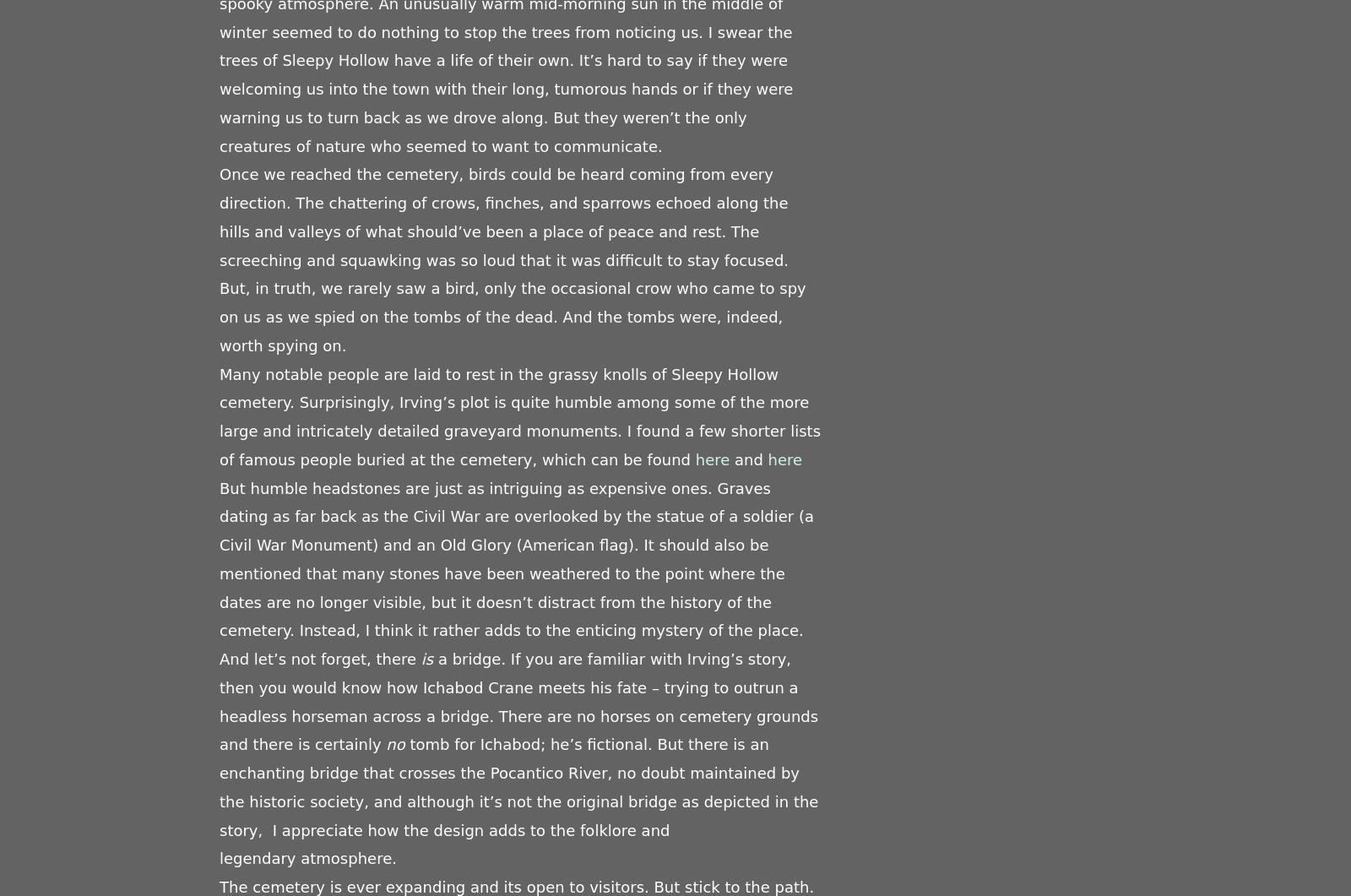 The width and height of the screenshot is (1351, 896). I want to click on 'Many notable people are laid to rest in the grassy knolls of Sleepy Hollow cemetery. Surprisingly, Irving’s plot is quite humble among some of the more large and intricately detailed graveyard monuments. I found a few shorter lists of famous people buried at the cemetery, which can be found', so click(520, 416).